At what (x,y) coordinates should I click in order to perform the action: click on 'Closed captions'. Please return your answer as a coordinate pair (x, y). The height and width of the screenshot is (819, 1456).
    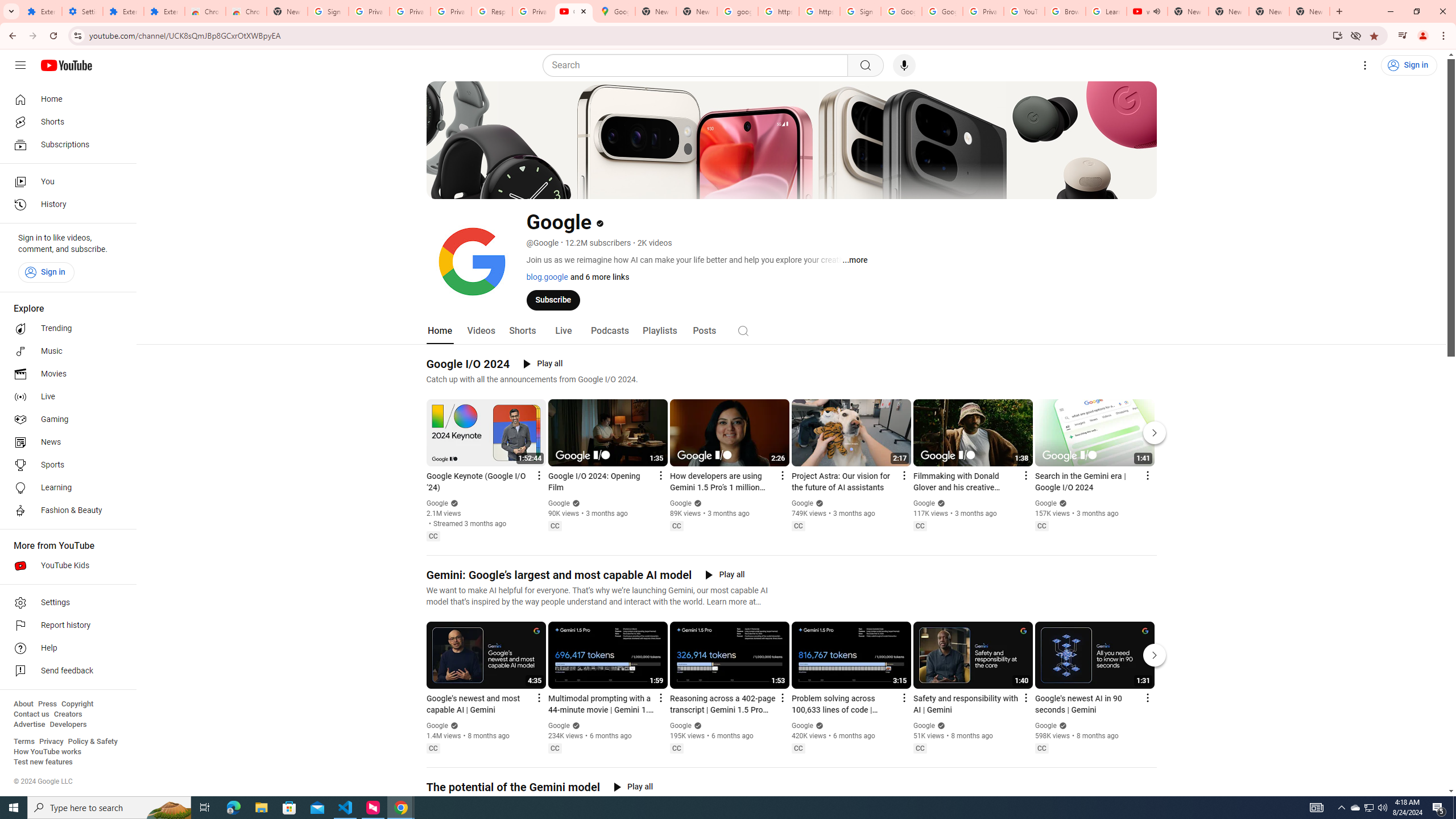
    Looking at the image, I should click on (1041, 748).